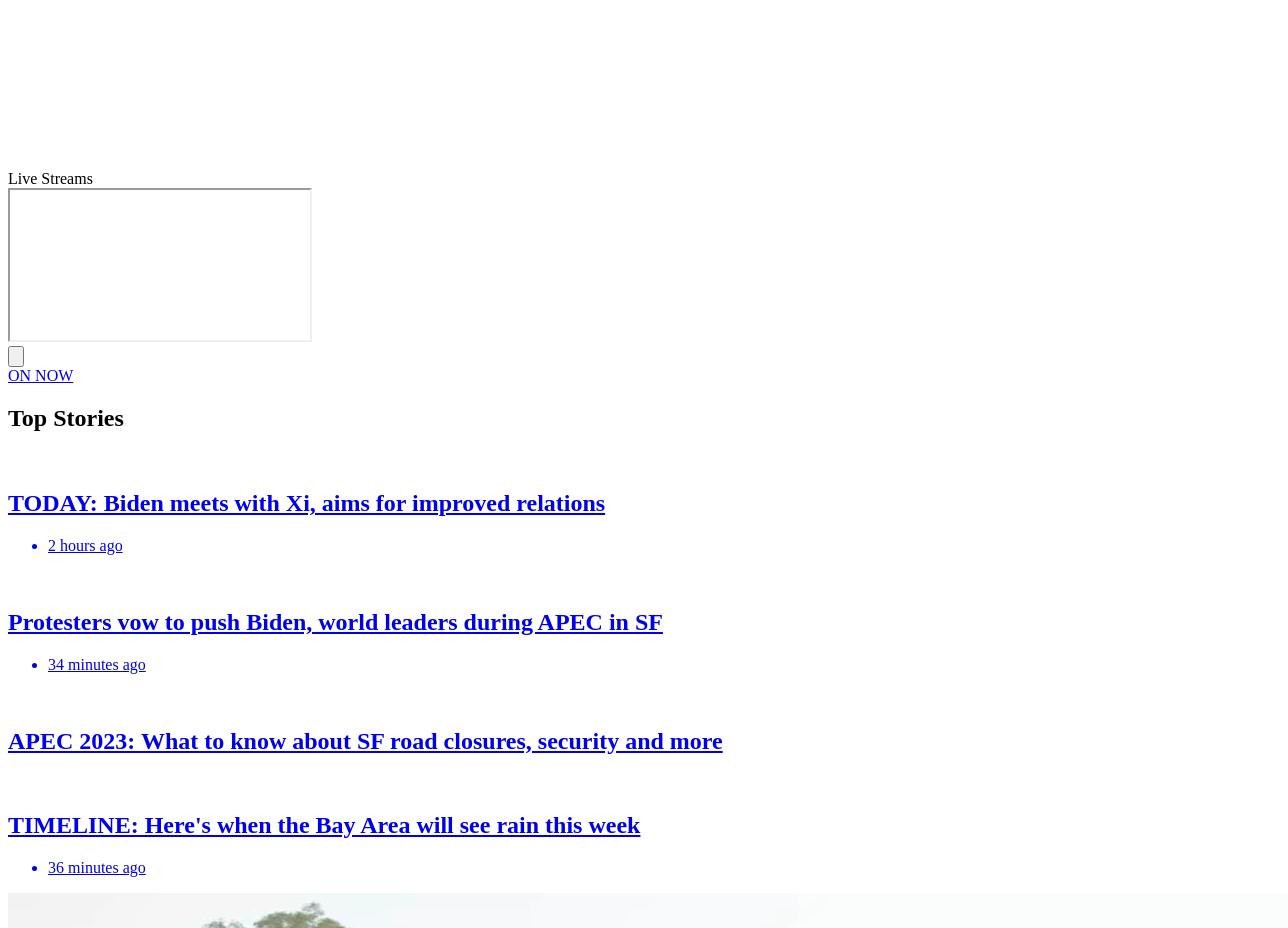 This screenshot has width=1288, height=928. What do you see at coordinates (49, 178) in the screenshot?
I see `'Live Streams'` at bounding box center [49, 178].